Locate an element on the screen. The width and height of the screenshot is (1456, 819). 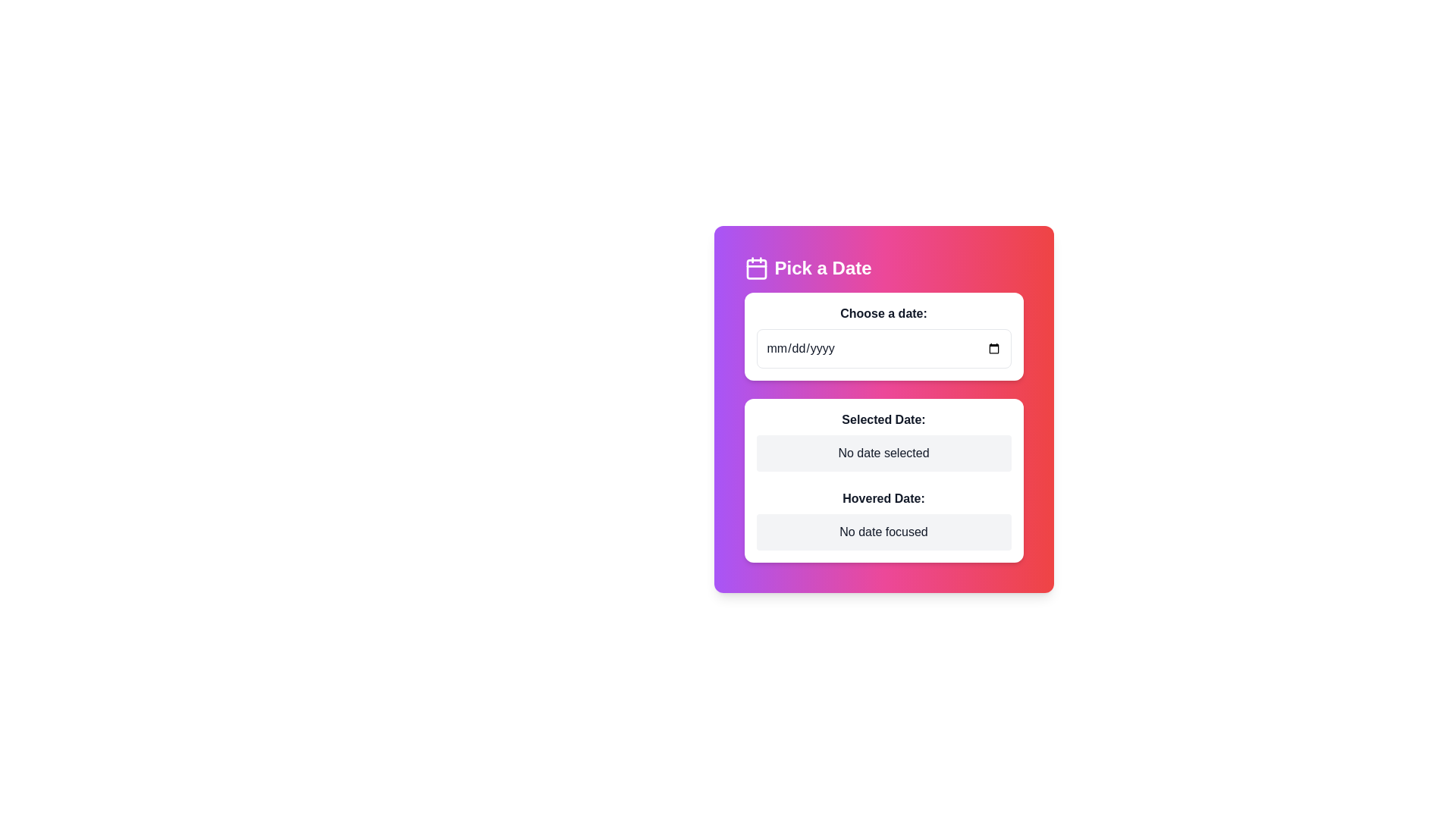
the static text label that states 'Hovered Date:' which is styled with a semi-bold font weight and is located below the 'Selected Date:' label is located at coordinates (883, 499).